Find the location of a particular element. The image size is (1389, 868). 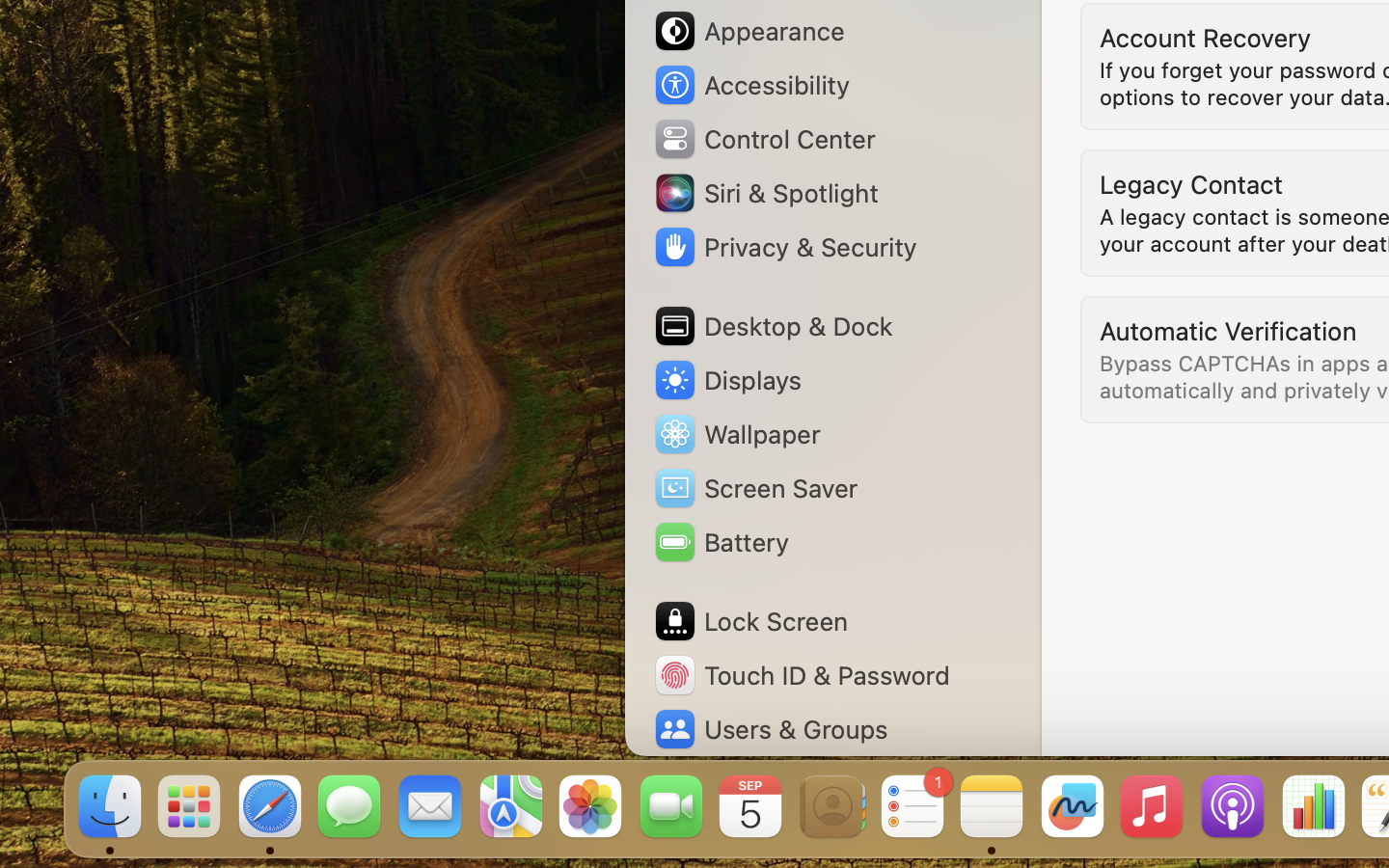

'Control Center' is located at coordinates (764, 139).